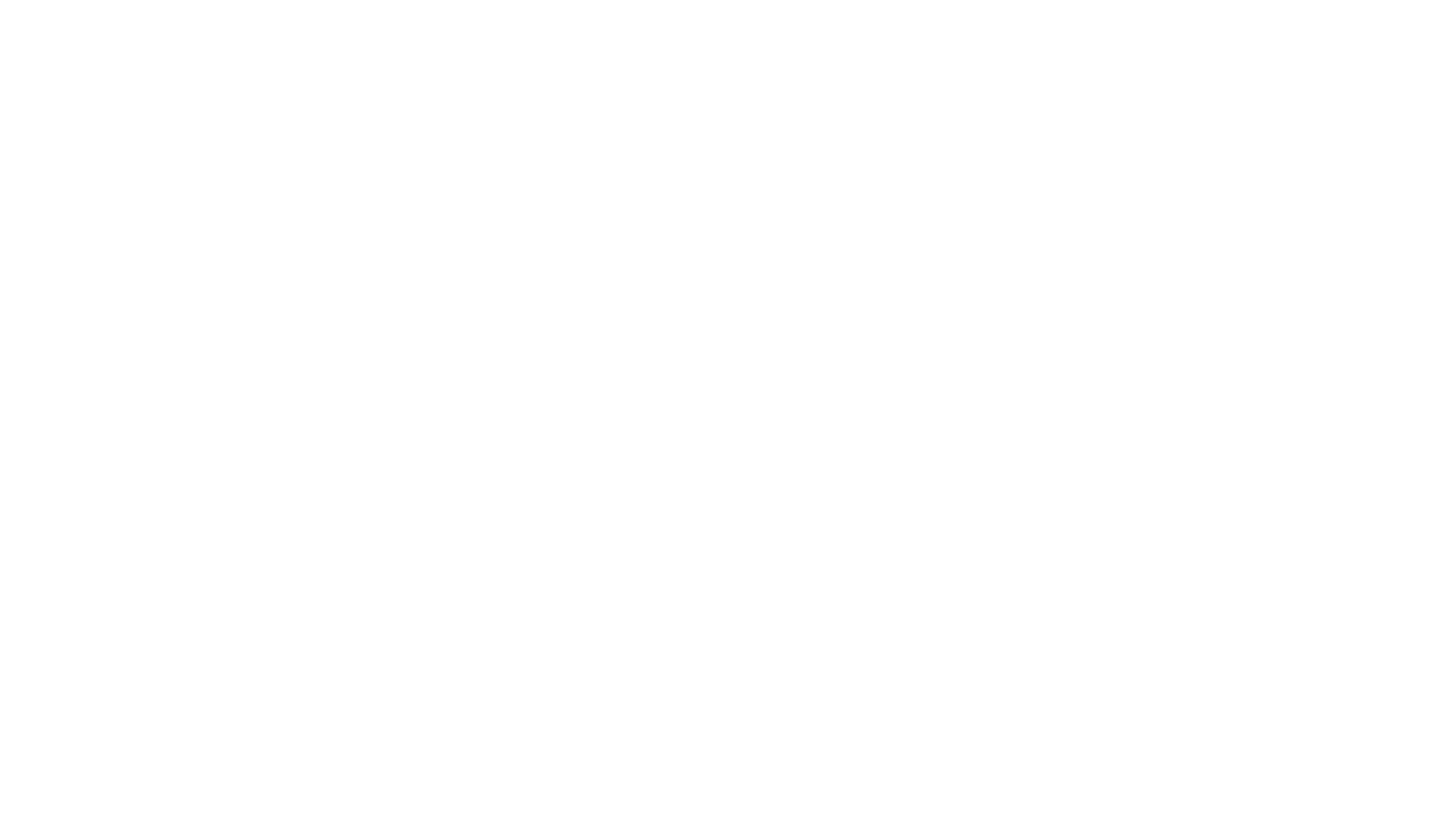  I want to click on 'Clubsonar', so click(932, 215).